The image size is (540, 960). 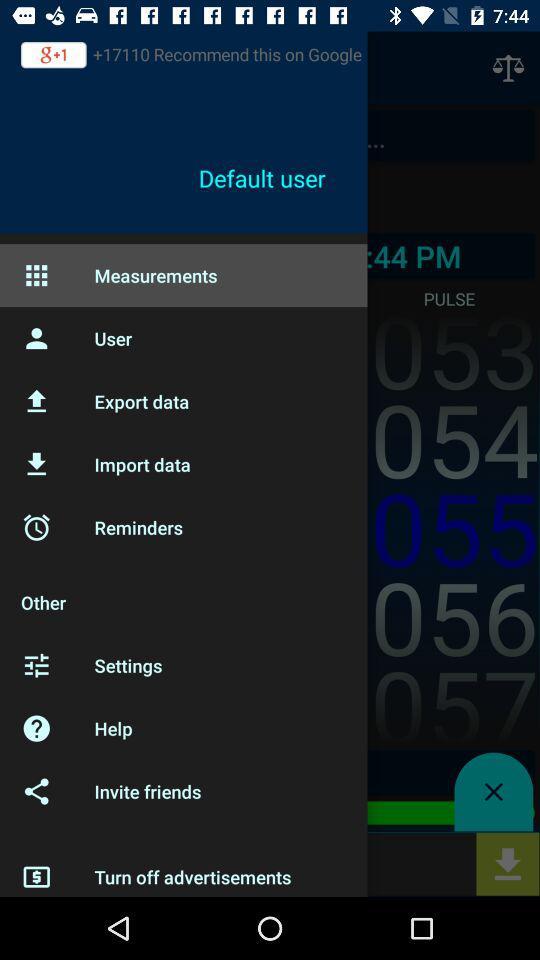 What do you see at coordinates (492, 792) in the screenshot?
I see `the close icon` at bounding box center [492, 792].